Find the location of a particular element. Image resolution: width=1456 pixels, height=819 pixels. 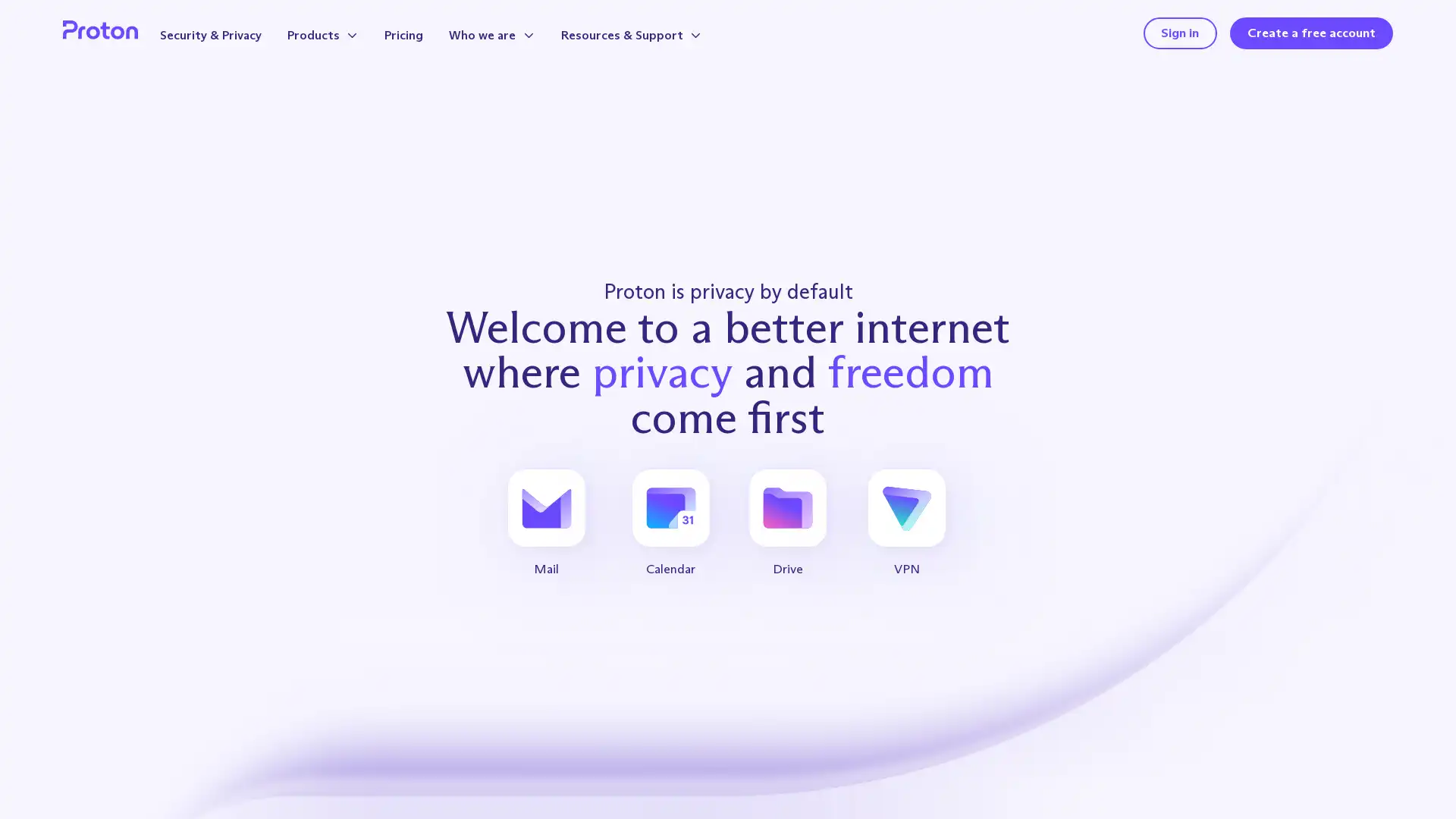

Who we are is located at coordinates (515, 39).